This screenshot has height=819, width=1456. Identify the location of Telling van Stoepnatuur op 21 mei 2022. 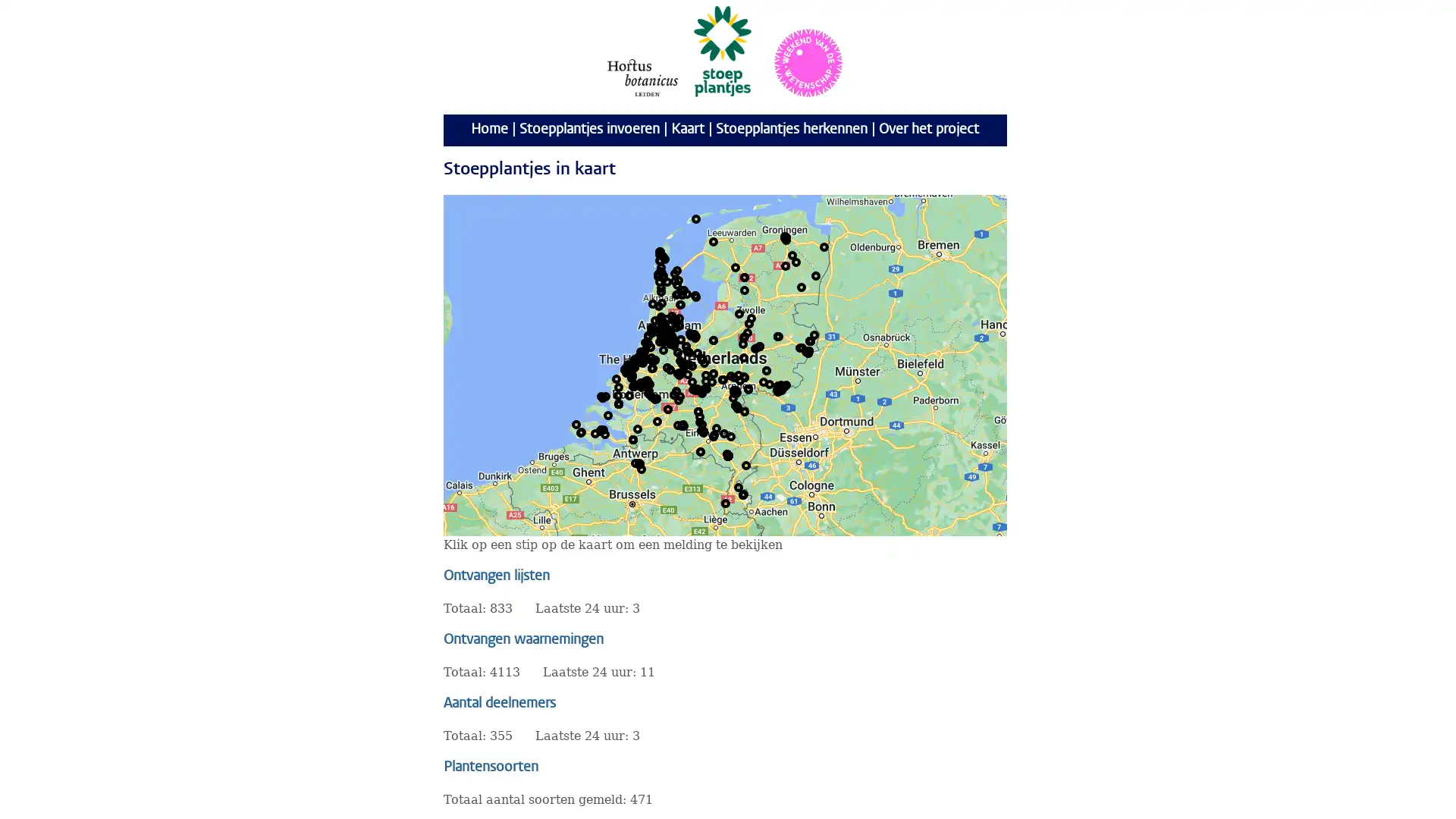
(639, 360).